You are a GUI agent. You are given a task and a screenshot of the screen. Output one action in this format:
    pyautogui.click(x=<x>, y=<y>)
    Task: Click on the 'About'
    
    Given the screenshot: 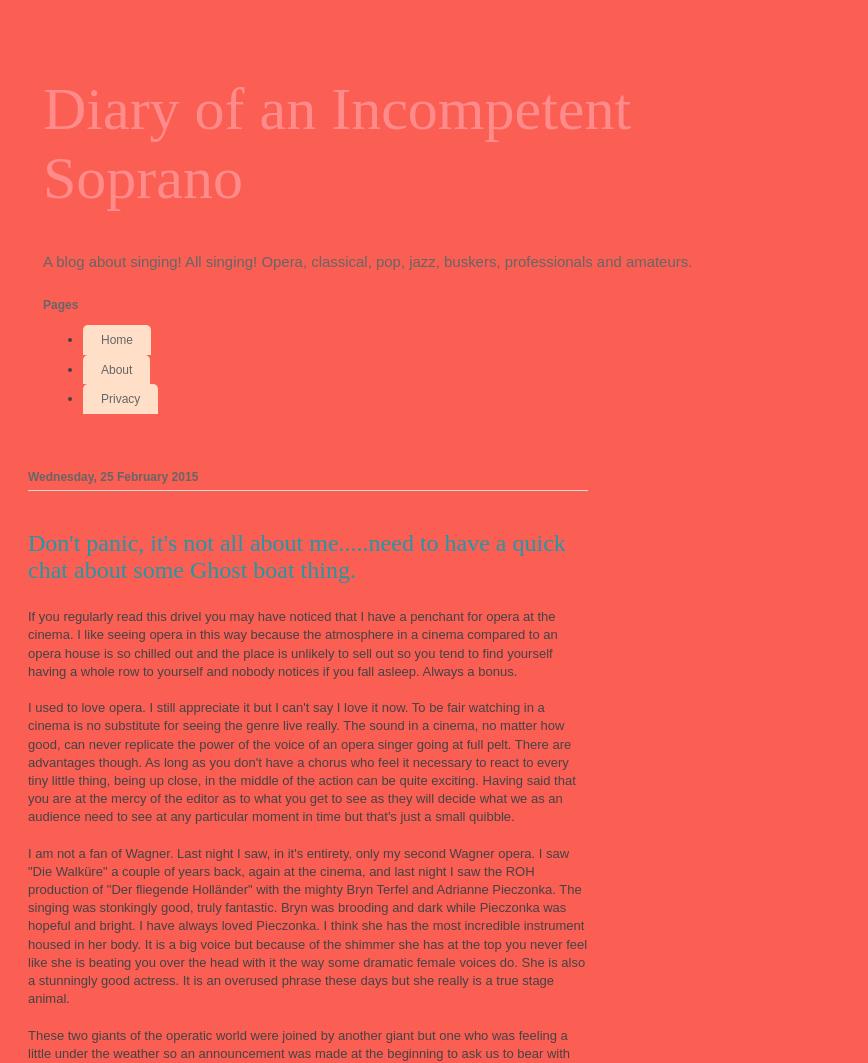 What is the action you would take?
    pyautogui.click(x=116, y=368)
    